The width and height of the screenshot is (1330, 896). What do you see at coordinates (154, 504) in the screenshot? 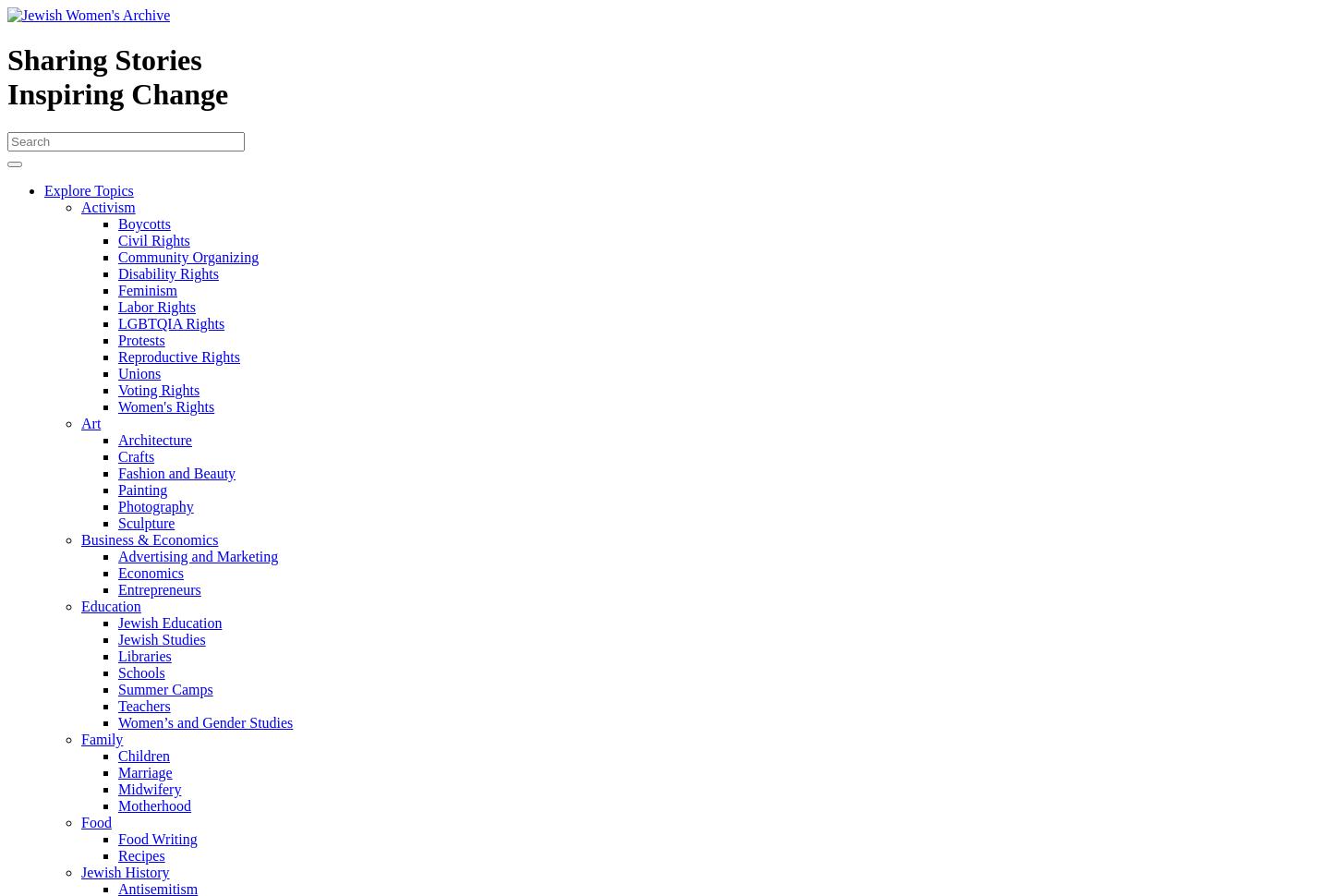
I see `'Photography'` at bounding box center [154, 504].